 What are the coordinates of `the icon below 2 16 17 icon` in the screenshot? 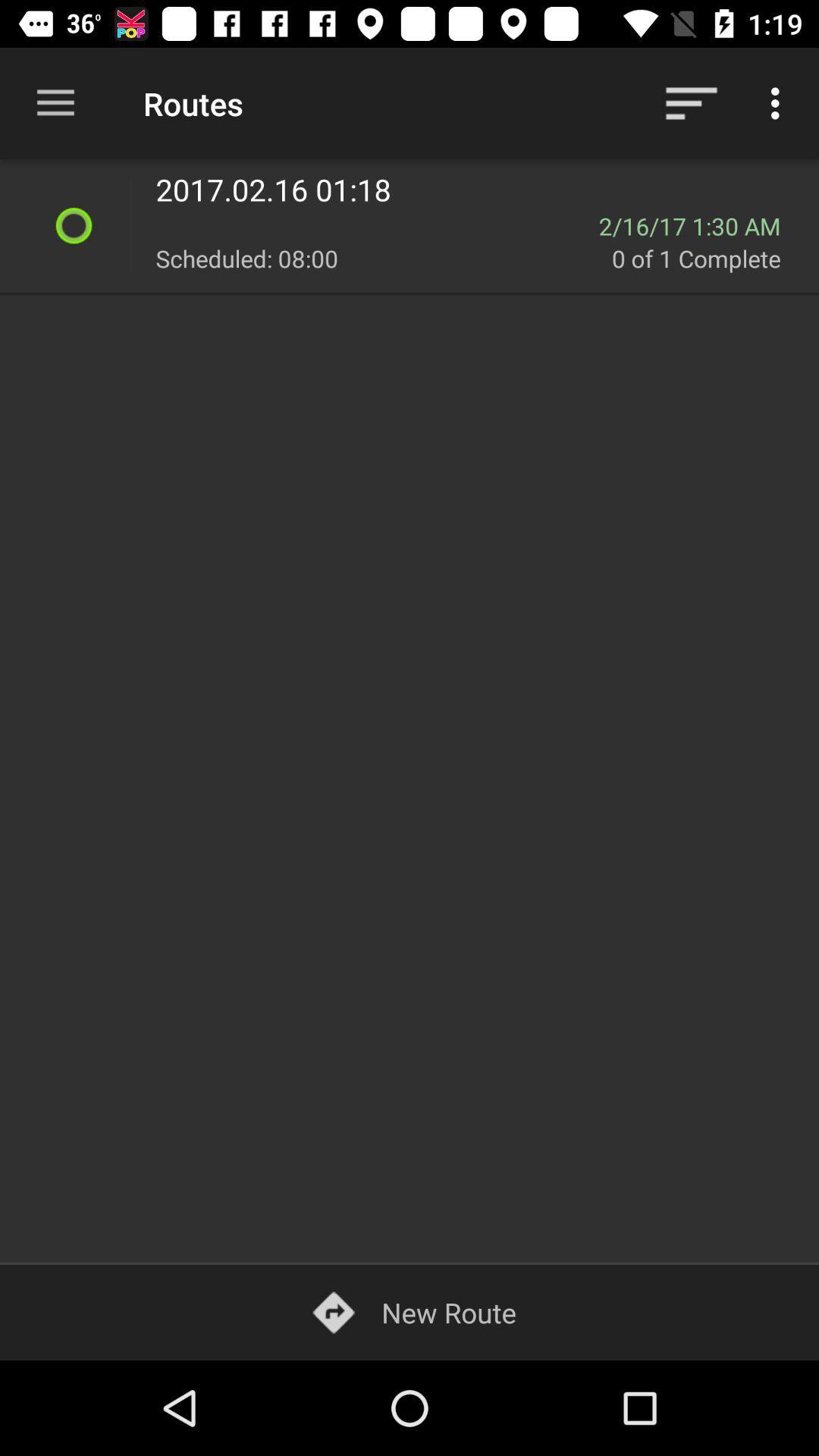 It's located at (706, 258).